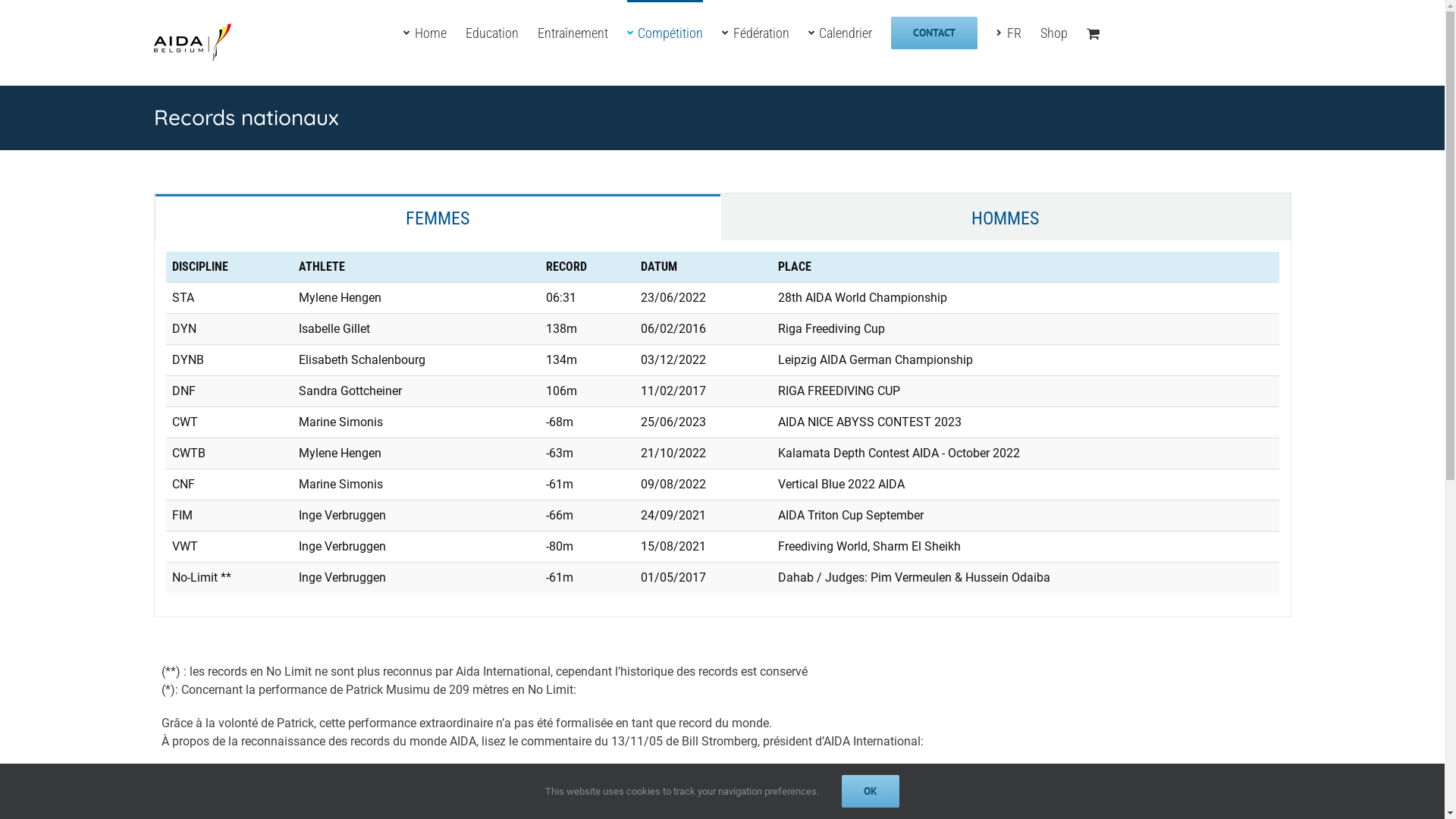 This screenshot has width=1456, height=819. What do you see at coordinates (425, 32) in the screenshot?
I see `'Home'` at bounding box center [425, 32].